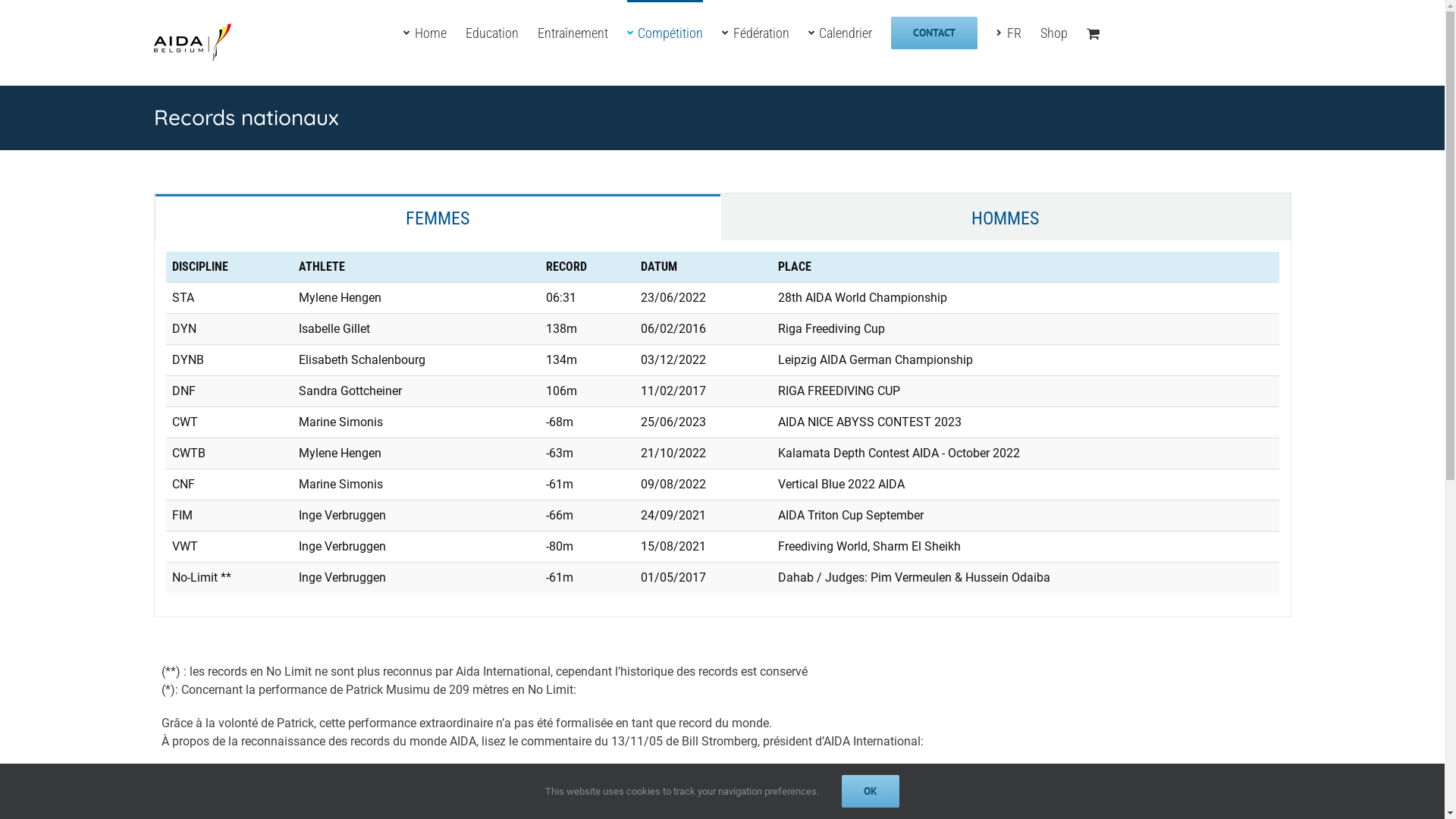 This screenshot has width=1456, height=819. What do you see at coordinates (425, 32) in the screenshot?
I see `'Home'` at bounding box center [425, 32].